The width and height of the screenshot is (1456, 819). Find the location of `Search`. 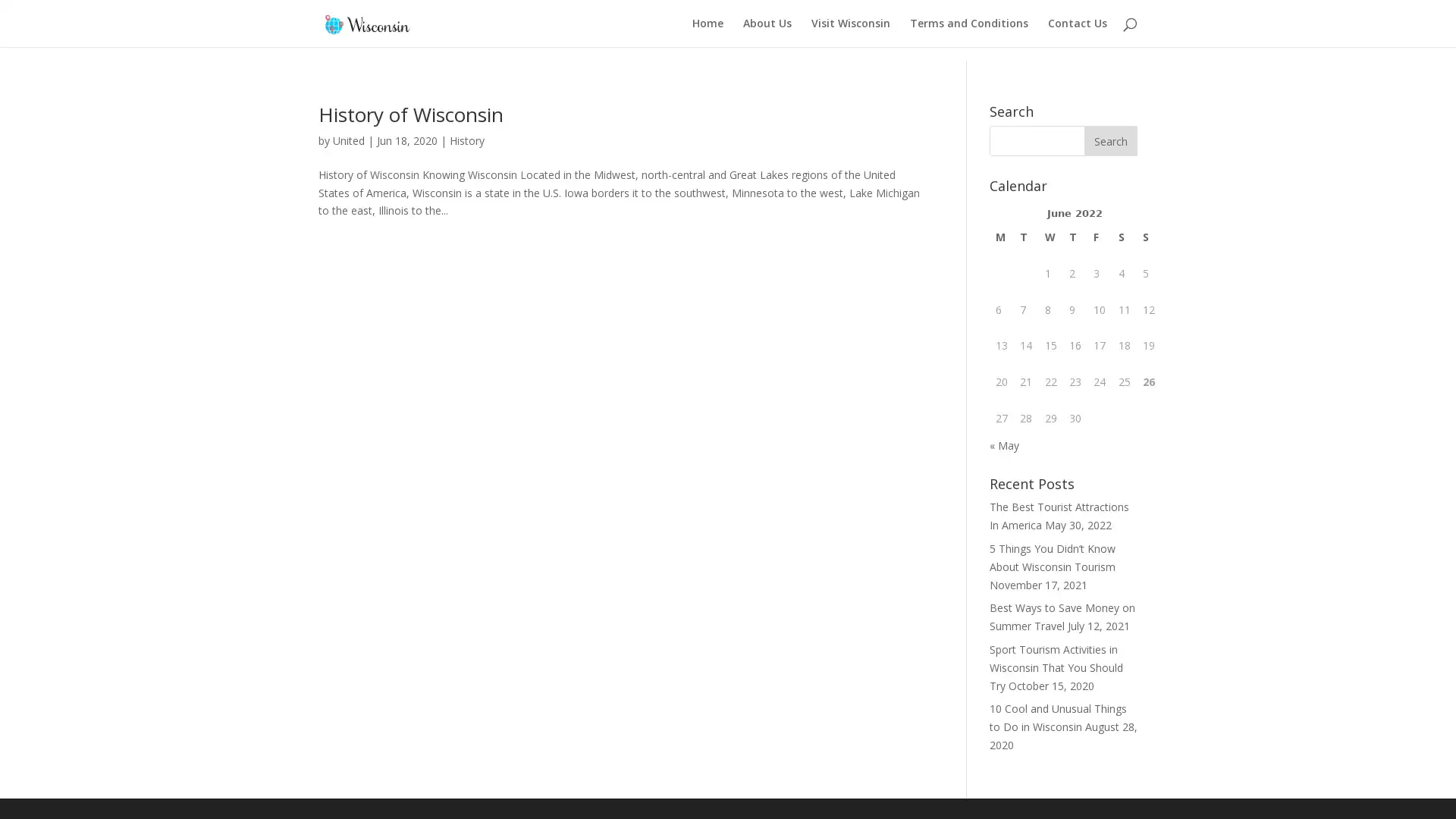

Search is located at coordinates (1110, 127).